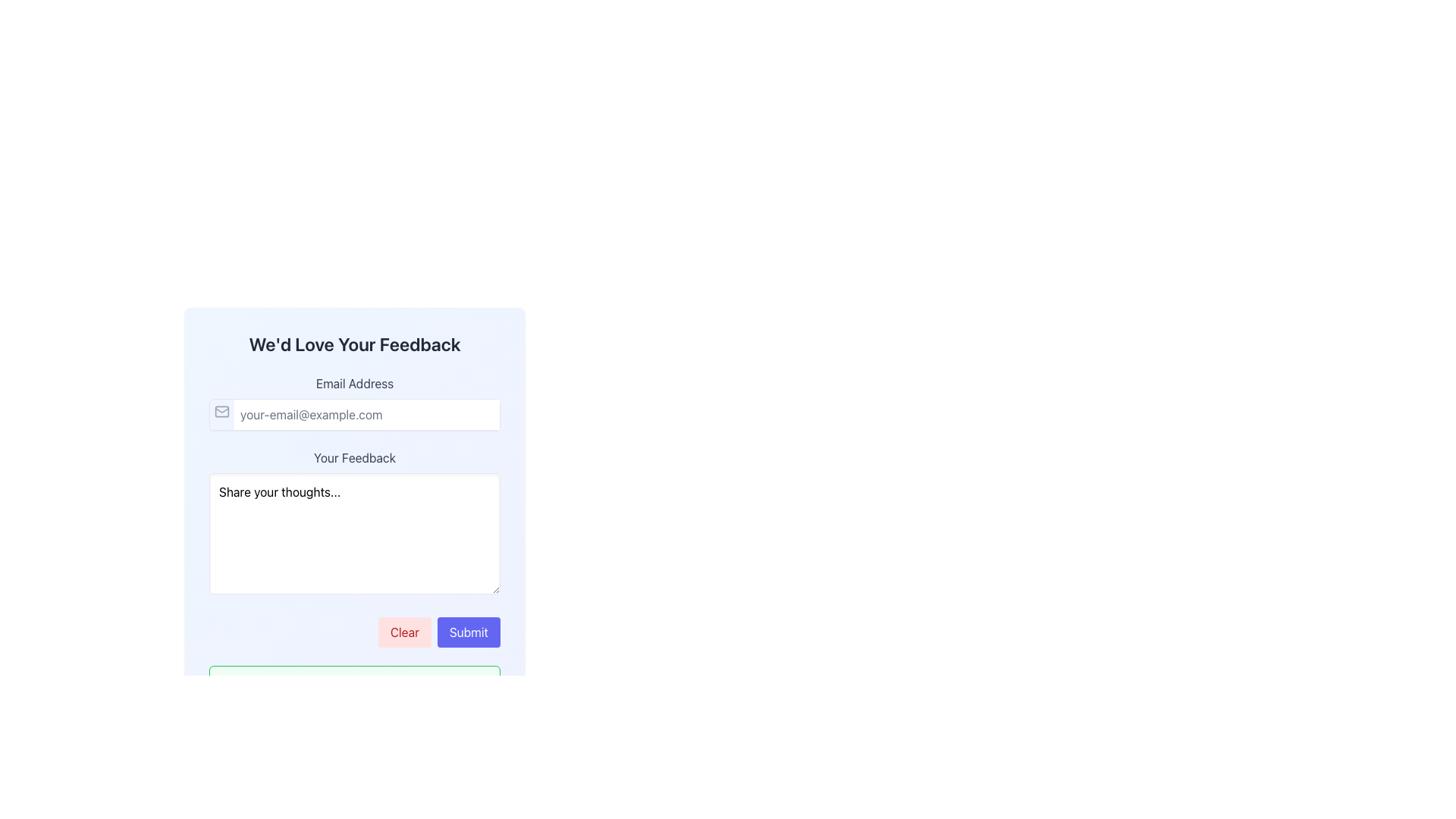 Image resolution: width=1456 pixels, height=819 pixels. Describe the element at coordinates (353, 457) in the screenshot. I see `the text label 'Your Feedback' which is styled with a gray font and positioned above the multiline text input field in the feedback form` at that location.